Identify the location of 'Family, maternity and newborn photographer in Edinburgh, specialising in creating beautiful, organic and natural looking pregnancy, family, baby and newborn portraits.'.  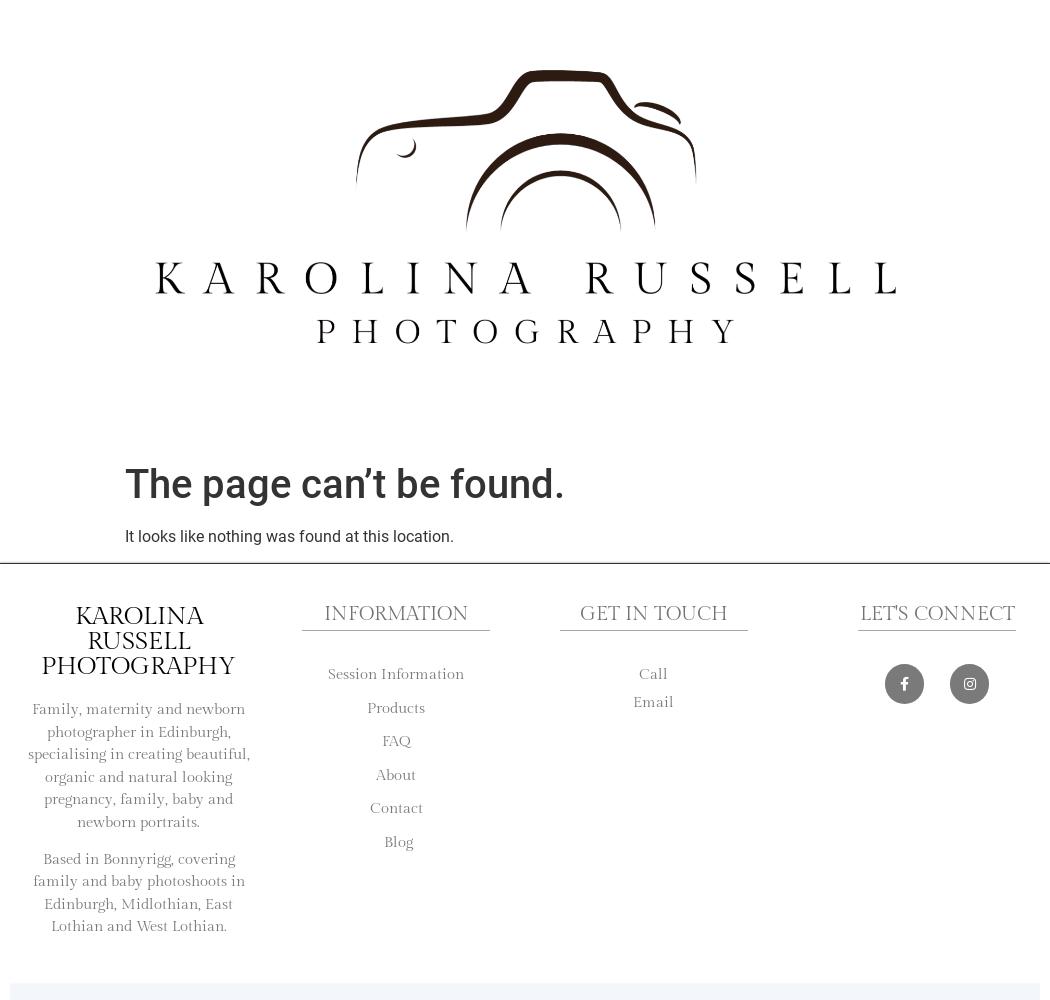
(136, 765).